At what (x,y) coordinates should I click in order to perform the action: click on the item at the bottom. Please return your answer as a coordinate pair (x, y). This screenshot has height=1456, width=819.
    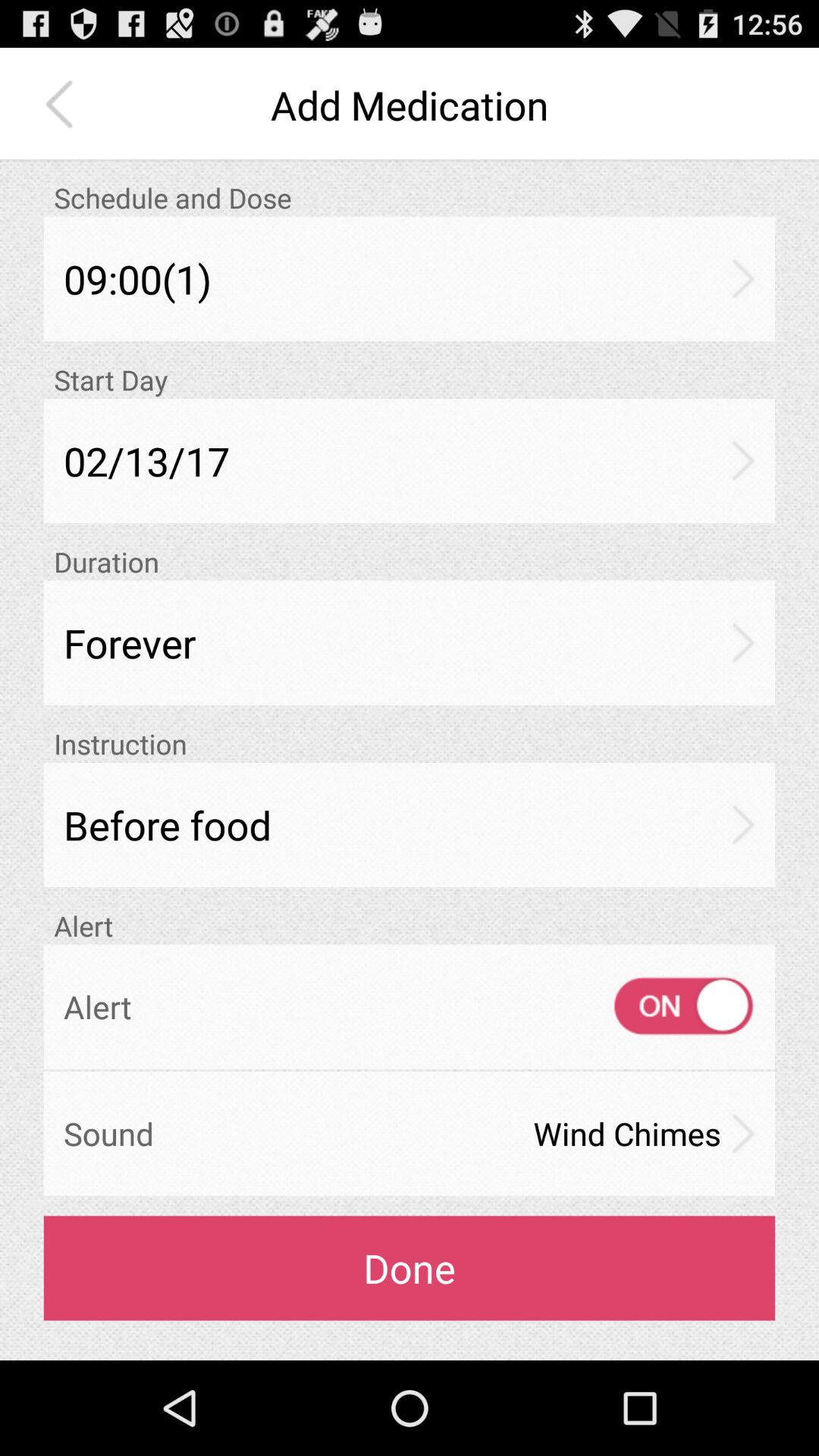
    Looking at the image, I should click on (409, 1268).